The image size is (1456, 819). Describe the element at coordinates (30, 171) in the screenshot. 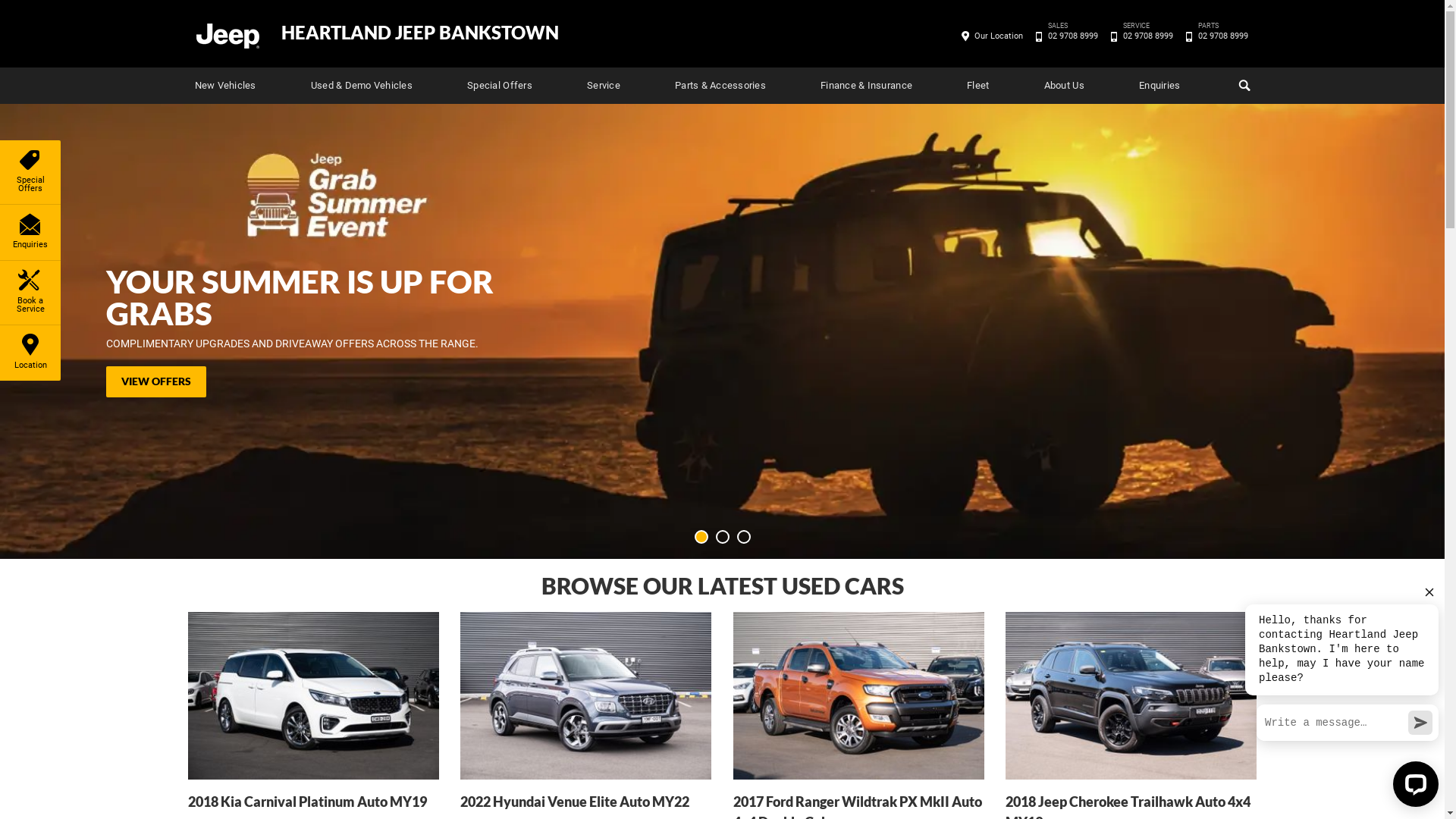

I see `'Special Offers'` at that location.